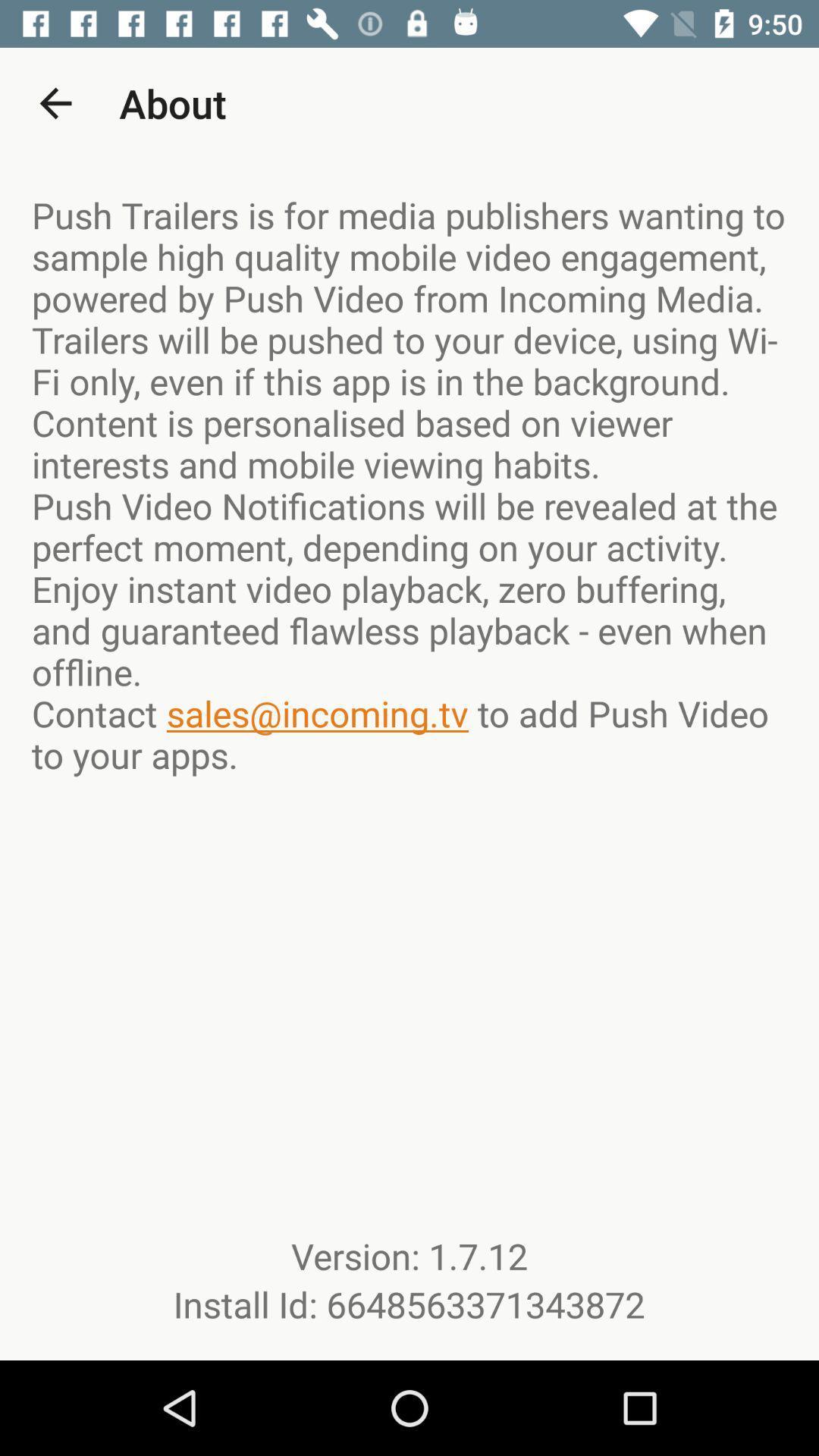  Describe the element at coordinates (55, 102) in the screenshot. I see `the app to the left of about item` at that location.